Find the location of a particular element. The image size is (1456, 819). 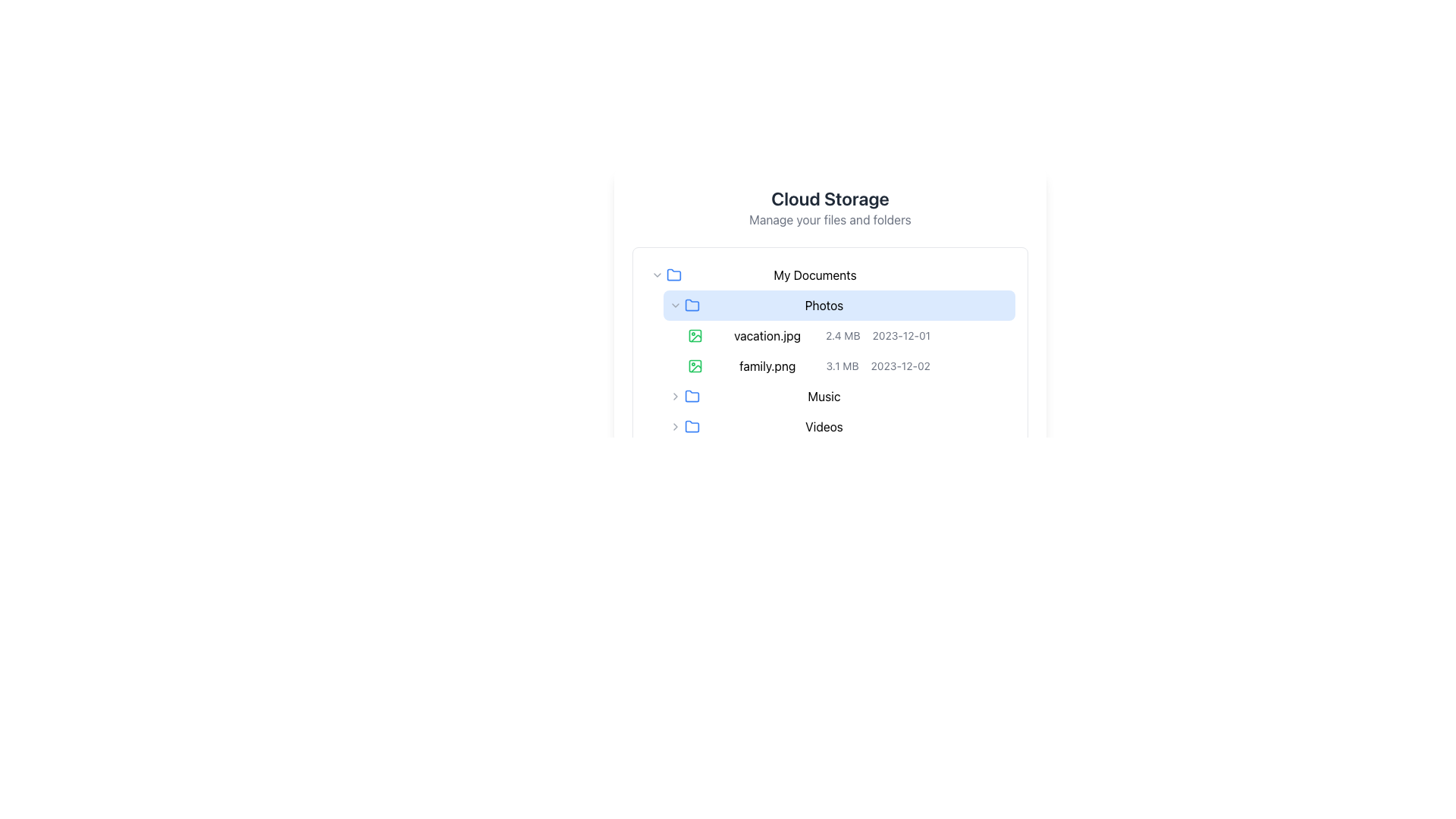

the first file item row in the 'Photos' folder of the 'Cloud Storage' interface is located at coordinates (829, 335).